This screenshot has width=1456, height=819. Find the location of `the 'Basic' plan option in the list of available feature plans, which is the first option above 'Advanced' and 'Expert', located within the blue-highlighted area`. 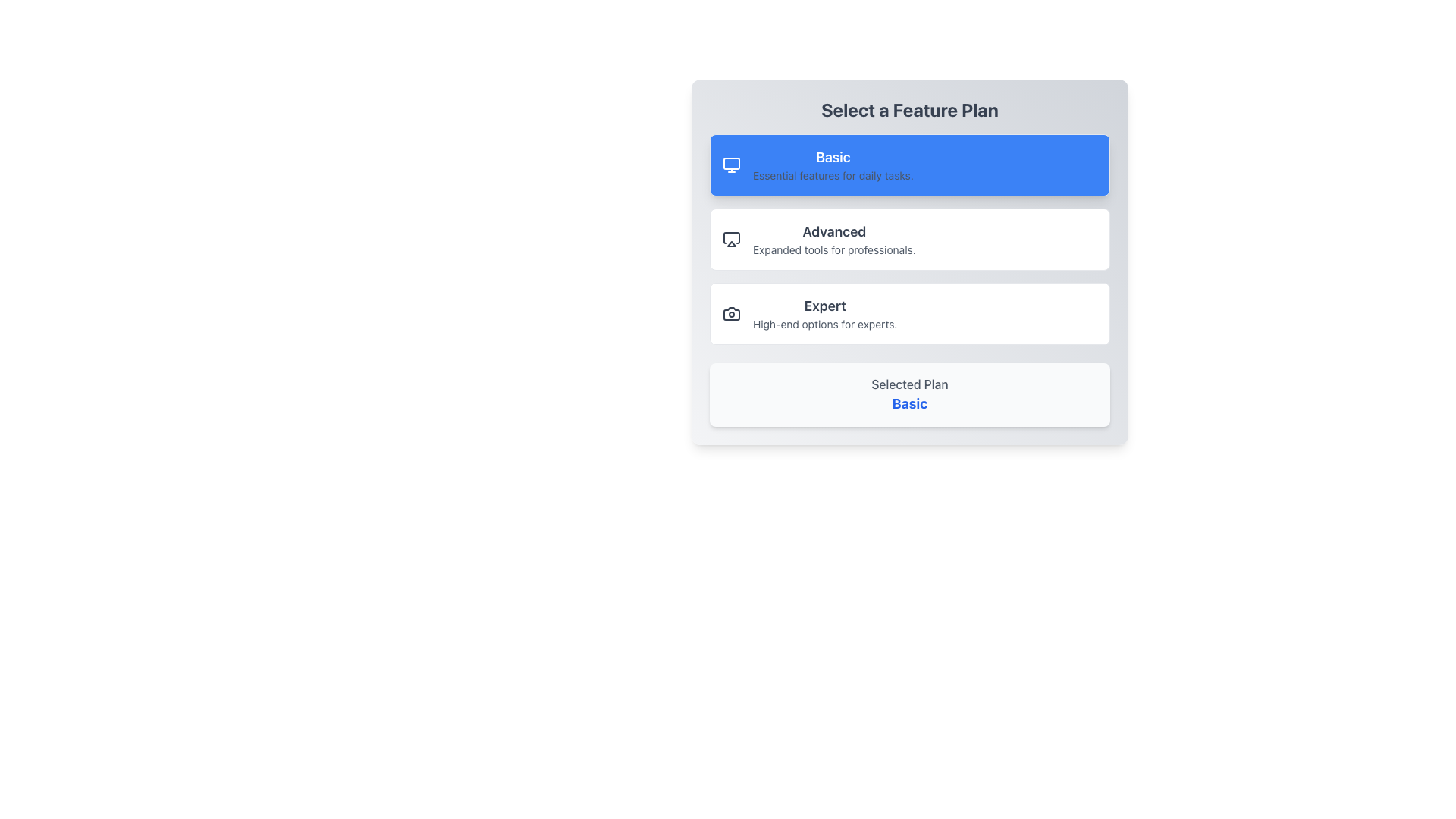

the 'Basic' plan option in the list of available feature plans, which is the first option above 'Advanced' and 'Expert', located within the blue-highlighted area is located at coordinates (832, 165).